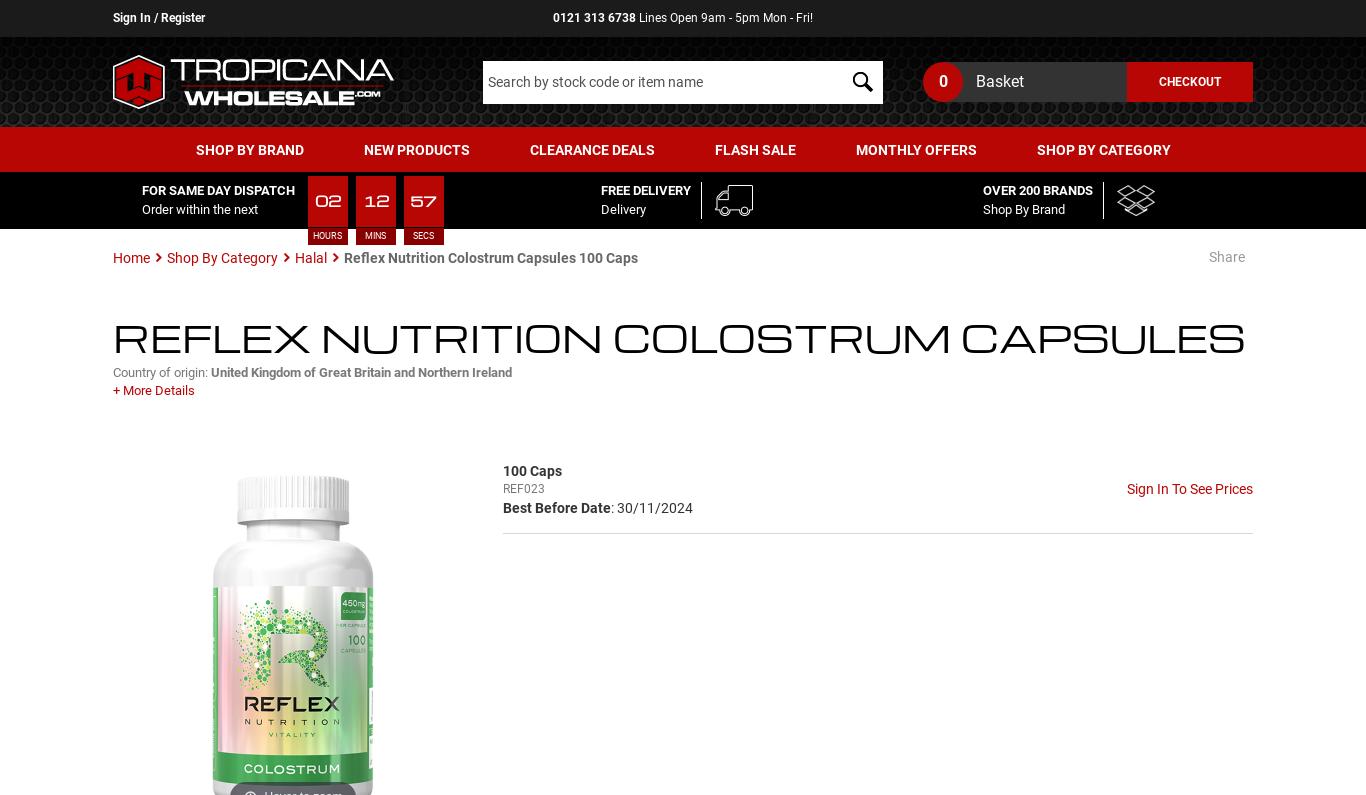 The width and height of the screenshot is (1366, 795). Describe the element at coordinates (650, 505) in the screenshot. I see `': 30/11/2024'` at that location.